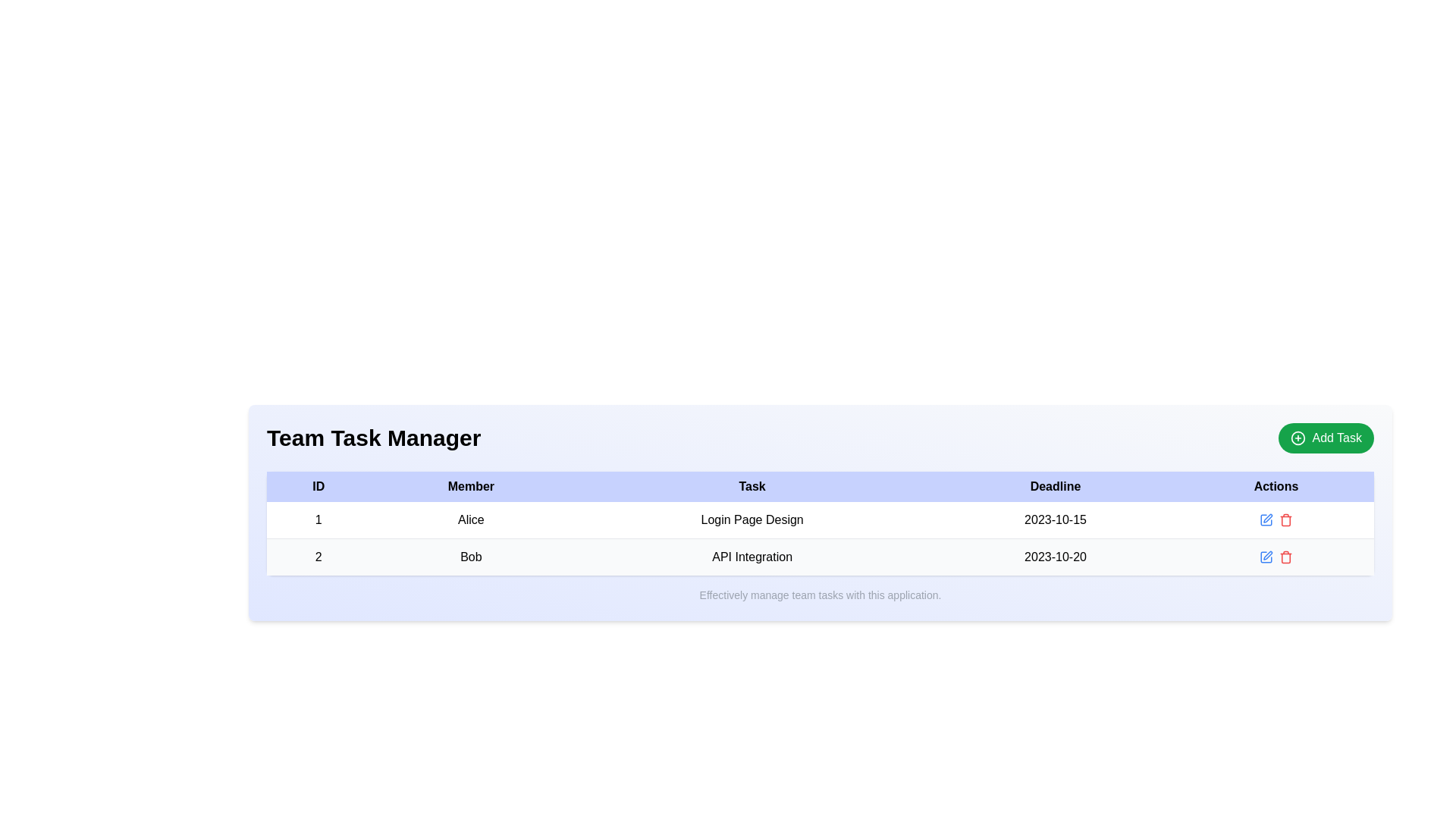 This screenshot has height=819, width=1456. Describe the element at coordinates (1055, 486) in the screenshot. I see `the 'Deadline' table header, which is the fourth column header in a table, centrally aligned with a bold font on a light blue background` at that location.